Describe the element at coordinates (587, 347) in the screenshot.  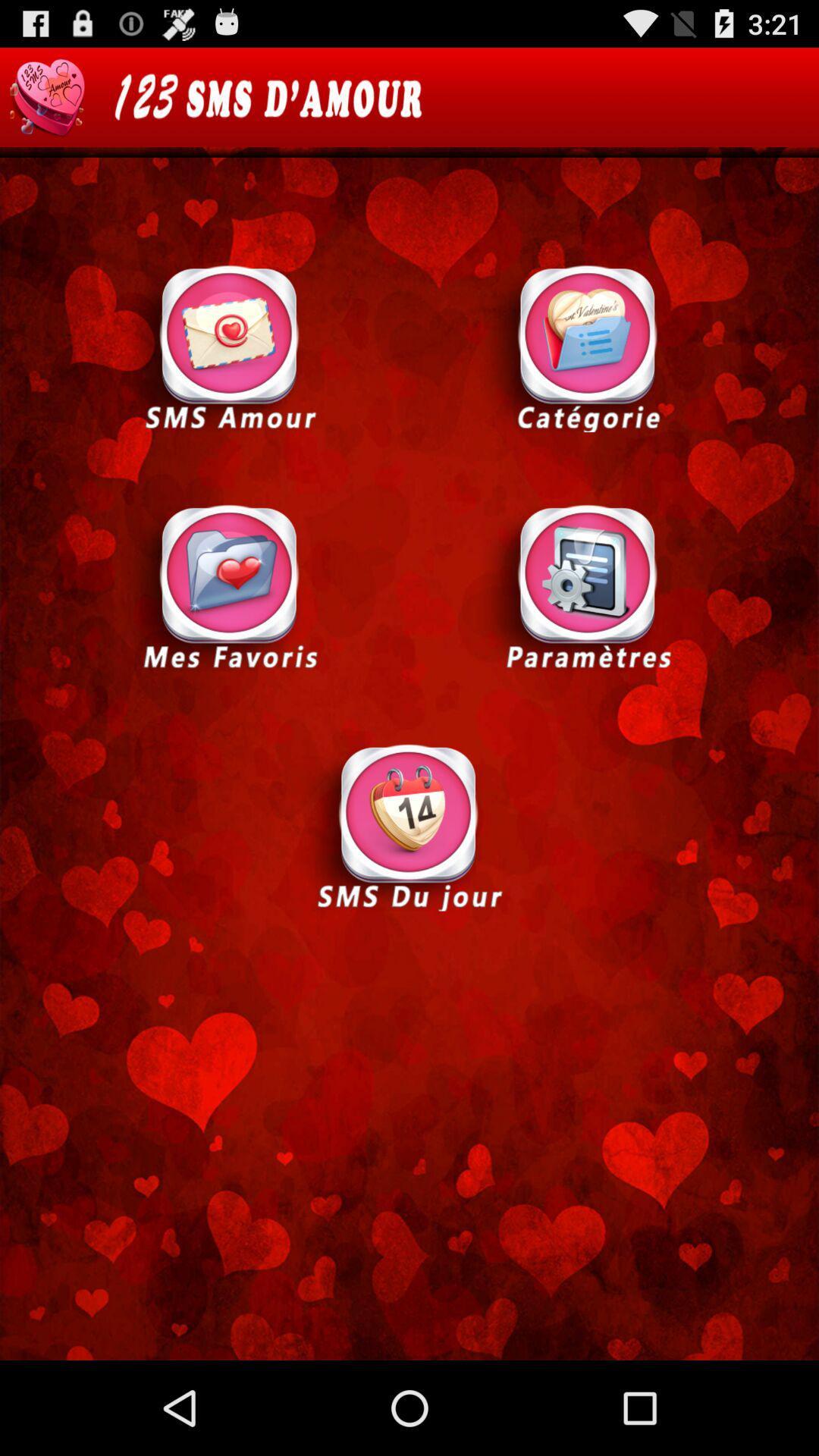
I see `category` at that location.